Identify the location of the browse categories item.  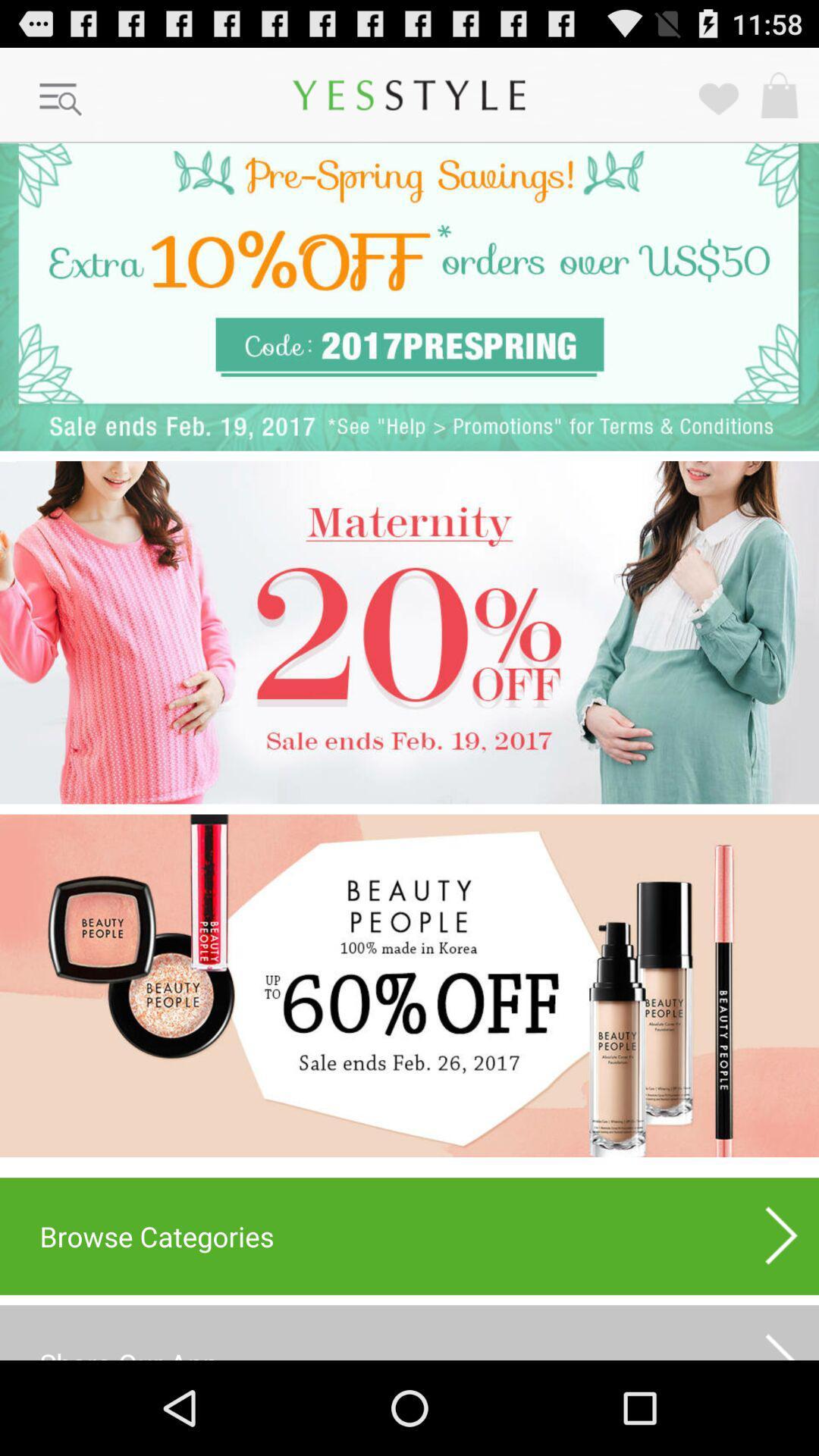
(409, 1236).